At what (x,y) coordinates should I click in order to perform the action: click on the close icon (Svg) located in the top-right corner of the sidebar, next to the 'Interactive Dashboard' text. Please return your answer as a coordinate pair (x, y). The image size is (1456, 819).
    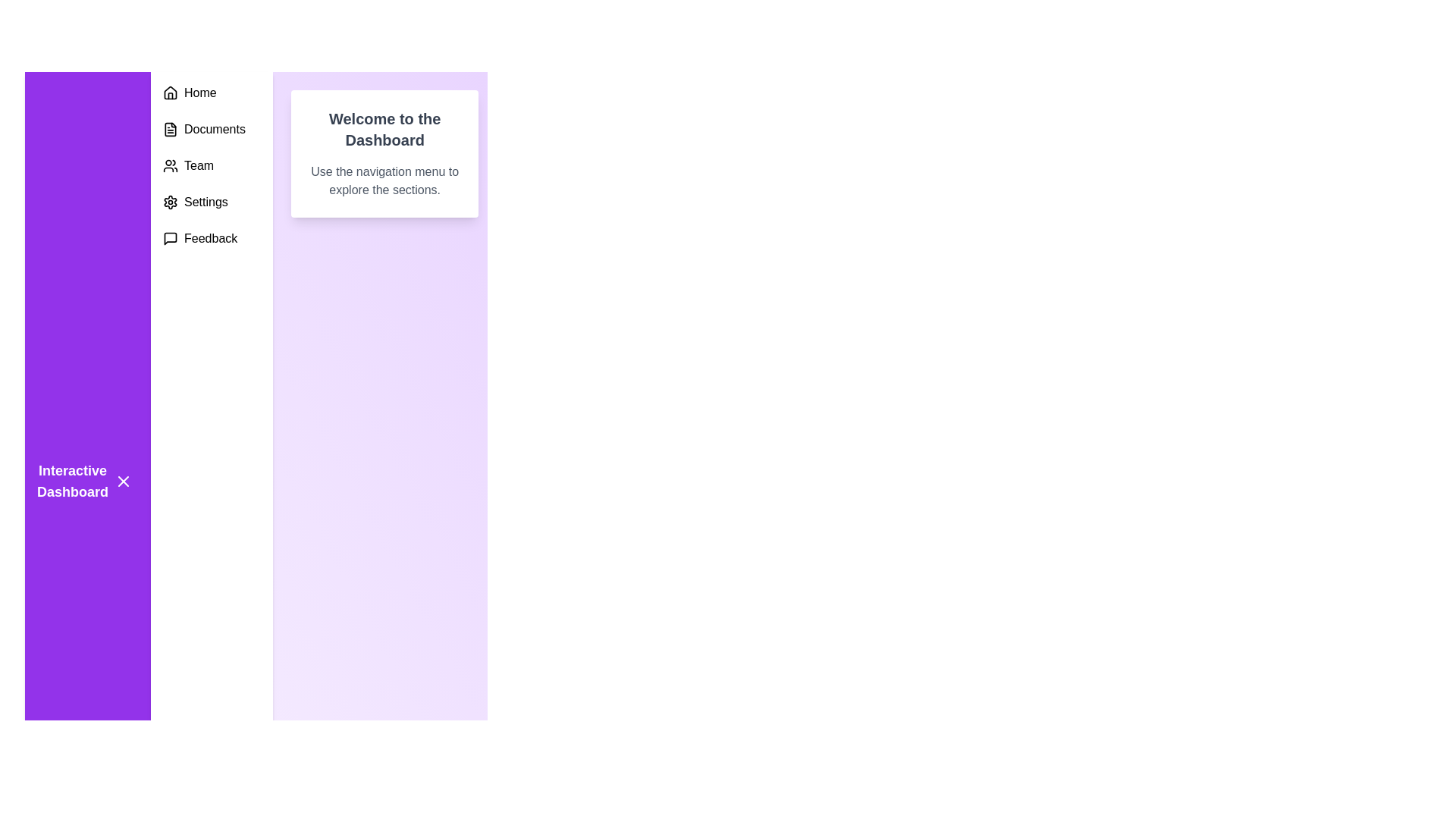
    Looking at the image, I should click on (124, 482).